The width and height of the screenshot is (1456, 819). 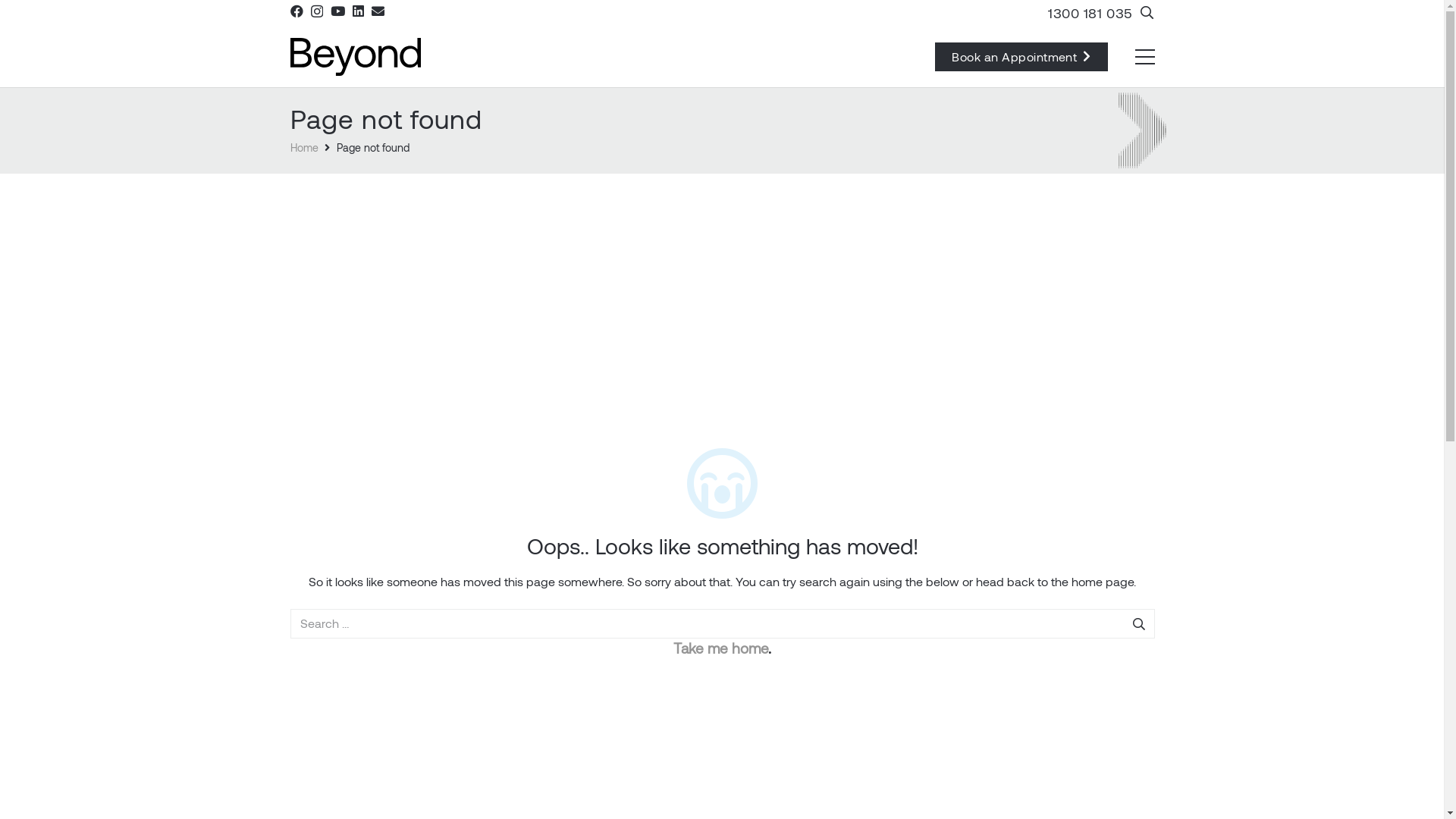 What do you see at coordinates (721, 800) in the screenshot?
I see `'Privacy Policy'` at bounding box center [721, 800].